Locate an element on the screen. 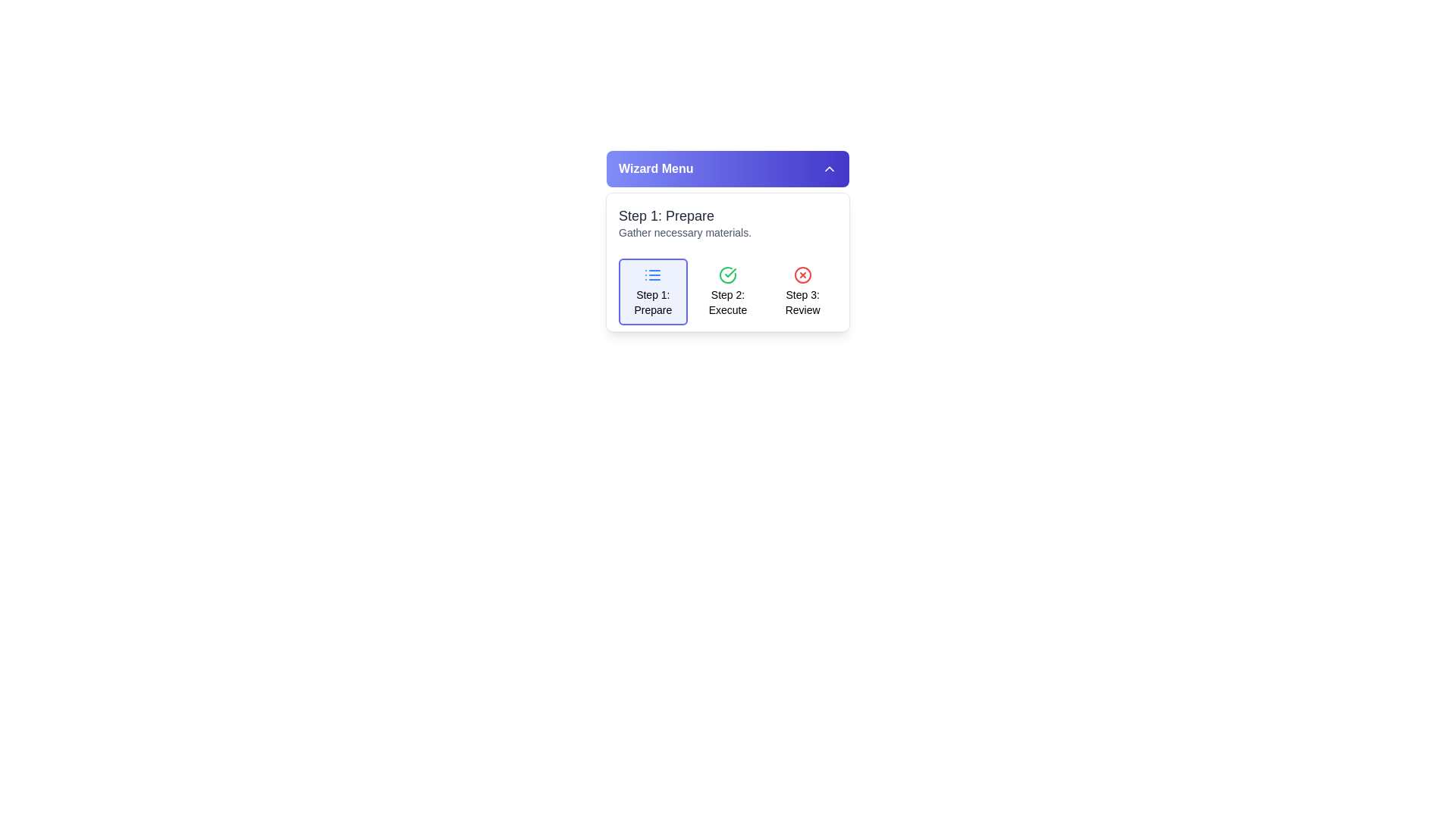  the interactive button labeled 'Step 1: Prepare' is located at coordinates (653, 291).